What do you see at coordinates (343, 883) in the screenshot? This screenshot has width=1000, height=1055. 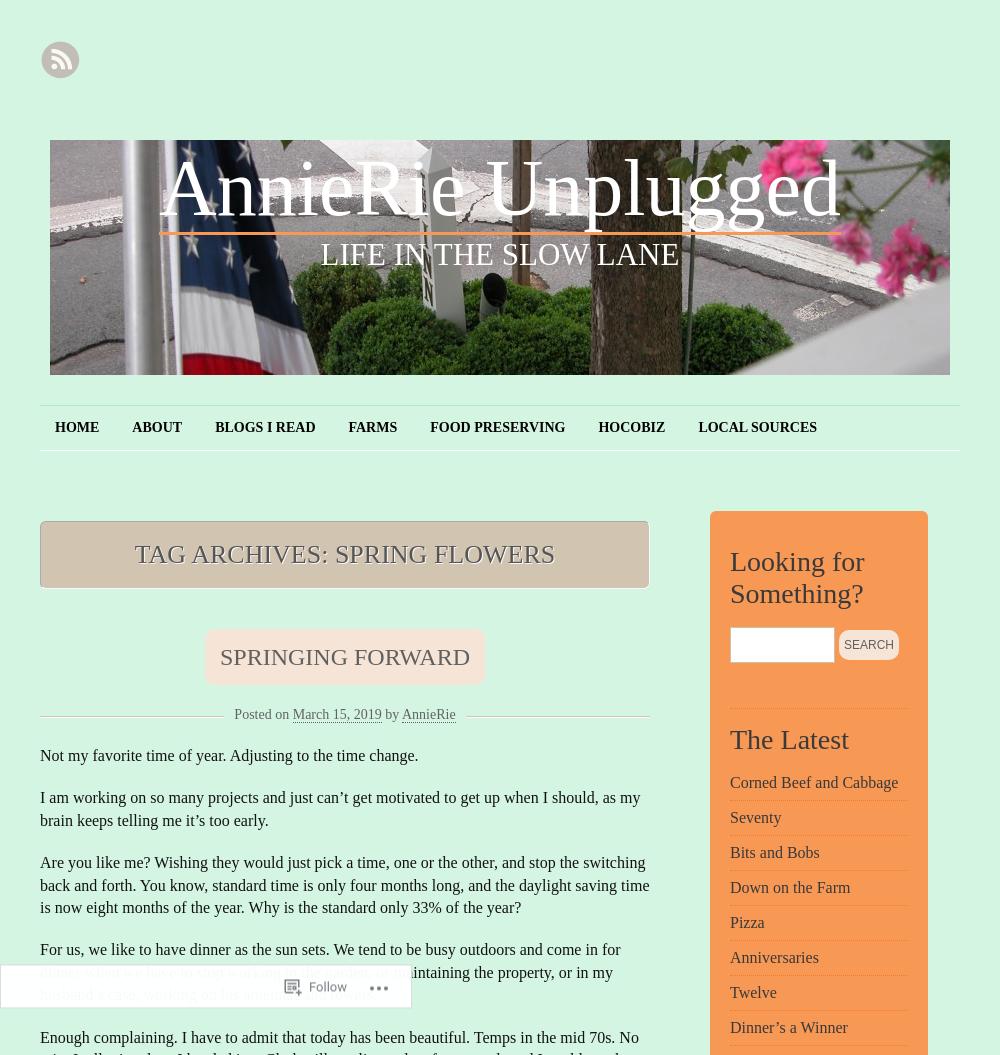 I see `'Are you like me? Wishing they would just pick a time, one or the other, and stop the switching back and forth. You know, standard time is only four months long, and the daylight saving time is now eight months of the year. Why is the standard only 33% of the year?'` at bounding box center [343, 883].